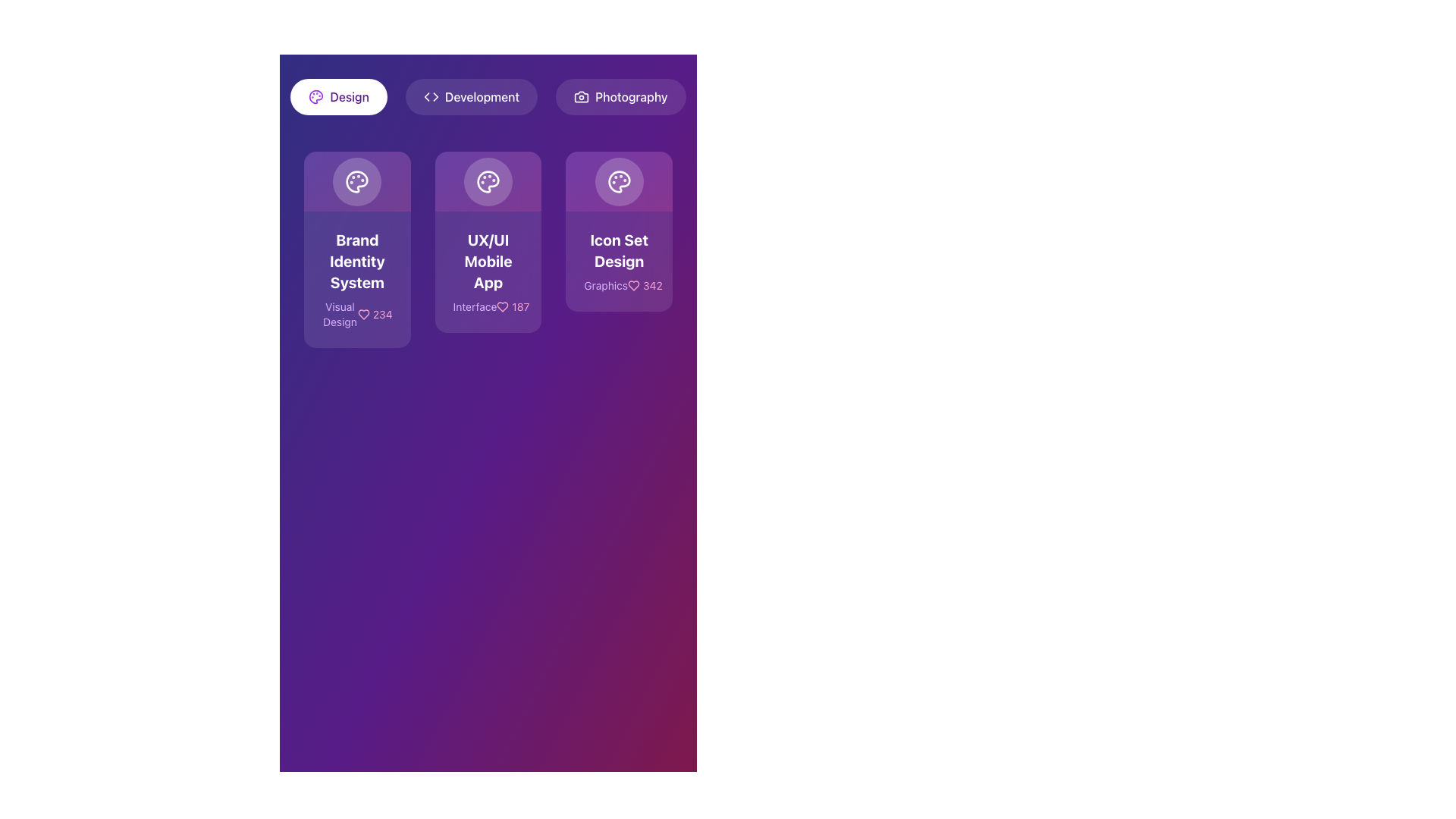  What do you see at coordinates (430, 96) in the screenshot?
I see `the SVG icon representing a pair of angle brackets ('<>') as part of the 'Development' button's visual representation` at bounding box center [430, 96].